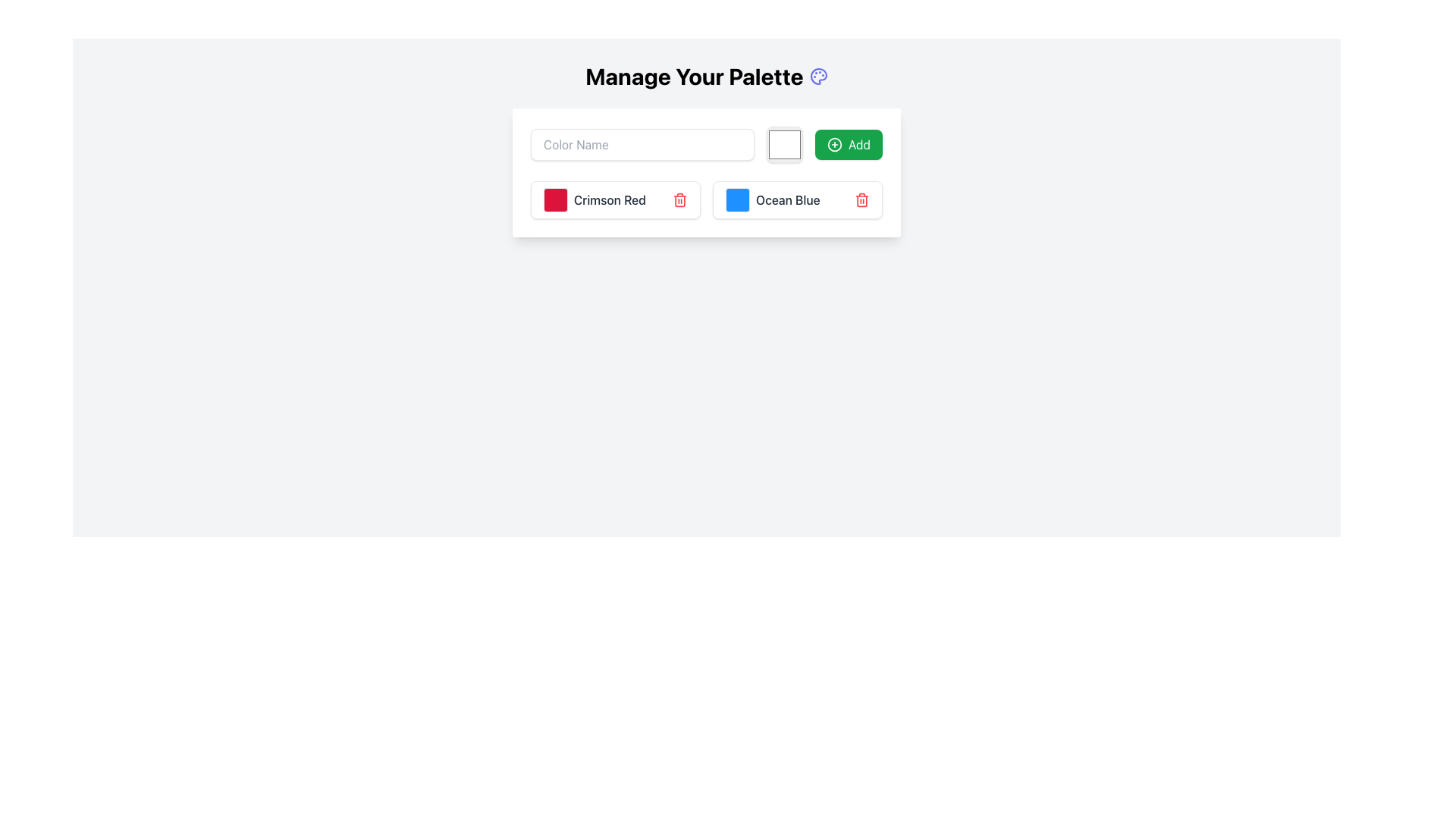 Image resolution: width=1456 pixels, height=819 pixels. I want to click on the crimson red color swatch in the first Color item card located under the 'Manage Your Palette' section, so click(615, 199).